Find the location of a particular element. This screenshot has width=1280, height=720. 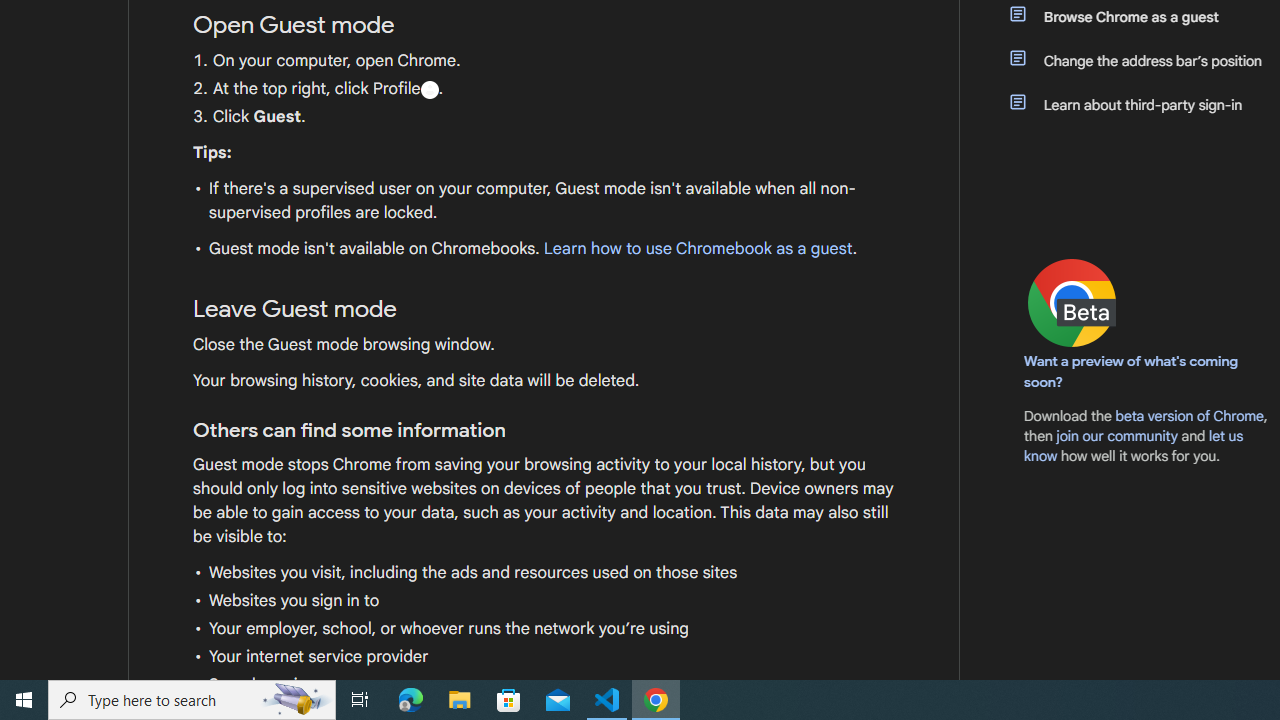

'join our community' is located at coordinates (1115, 434).